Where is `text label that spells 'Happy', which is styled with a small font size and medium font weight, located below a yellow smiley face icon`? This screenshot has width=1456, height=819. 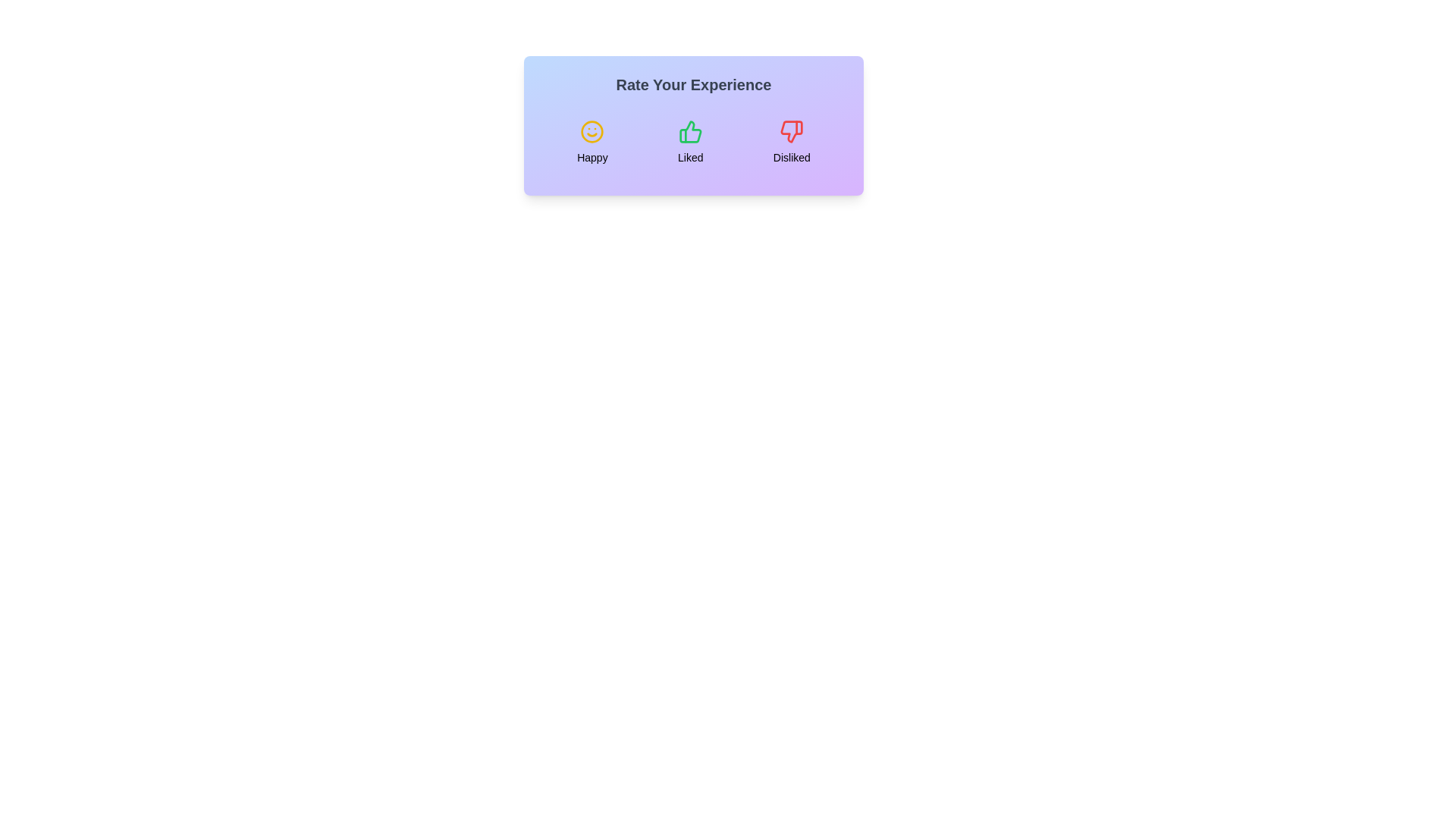 text label that spells 'Happy', which is styled with a small font size and medium font weight, located below a yellow smiley face icon is located at coordinates (591, 158).